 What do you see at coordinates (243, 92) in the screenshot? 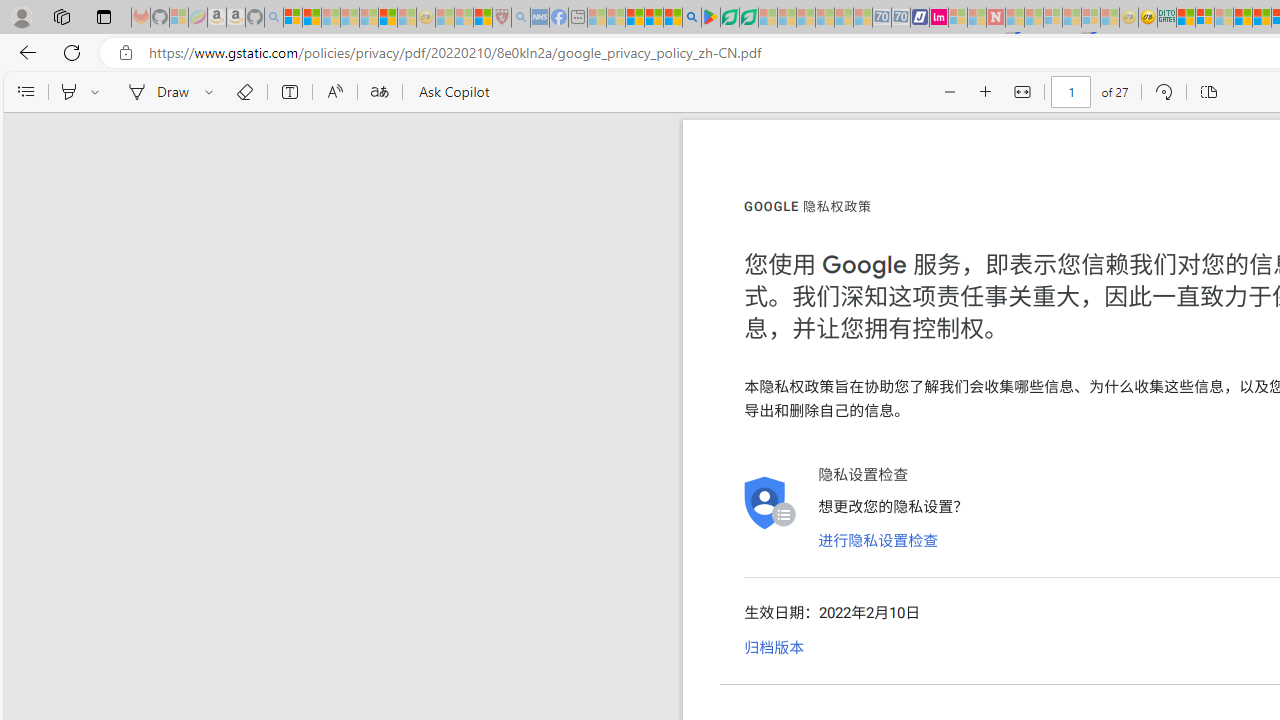
I see `'Erase'` at bounding box center [243, 92].